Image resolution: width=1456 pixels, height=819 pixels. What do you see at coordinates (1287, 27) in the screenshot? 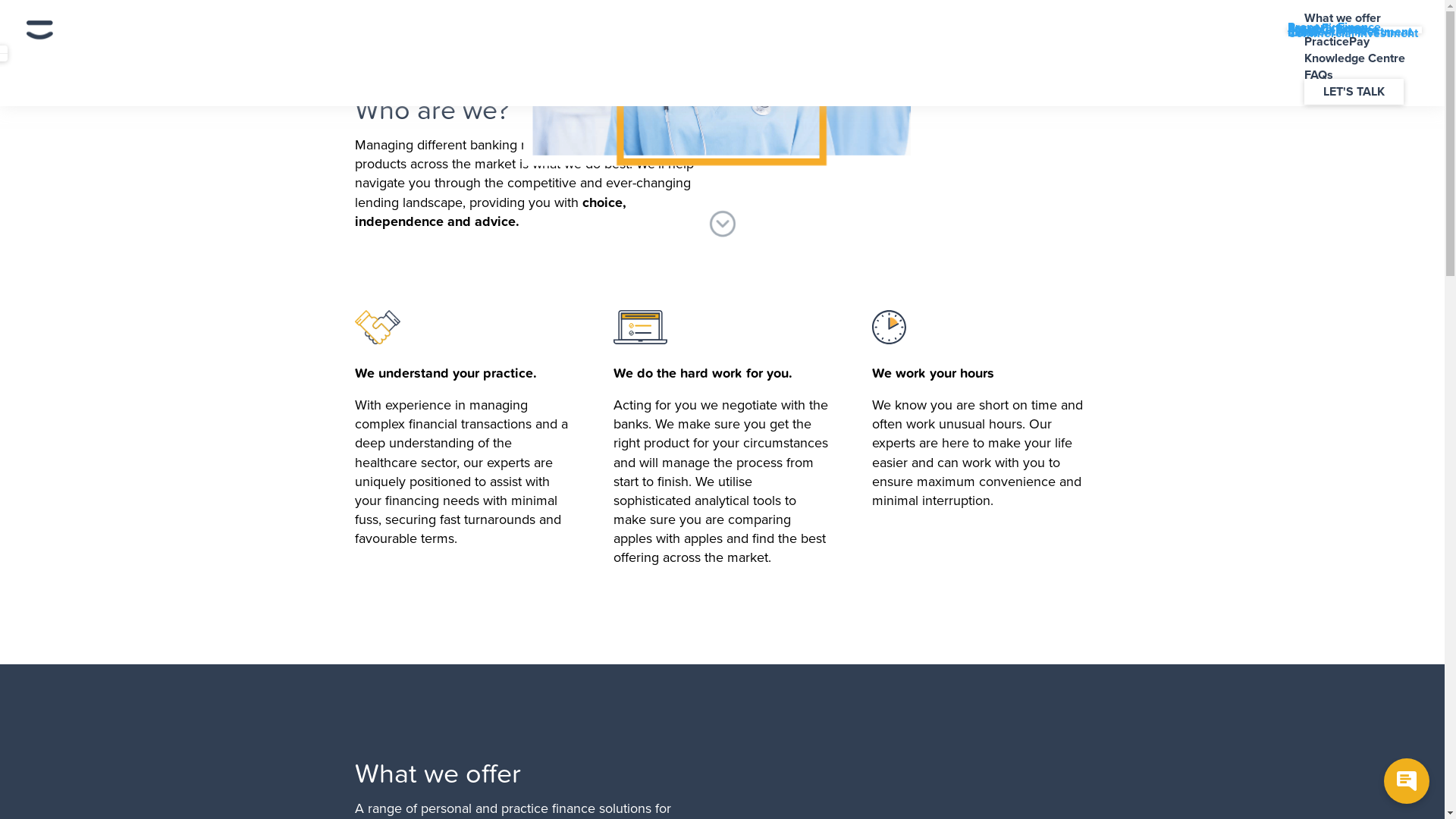
I see `'Property Finance'` at bounding box center [1287, 27].